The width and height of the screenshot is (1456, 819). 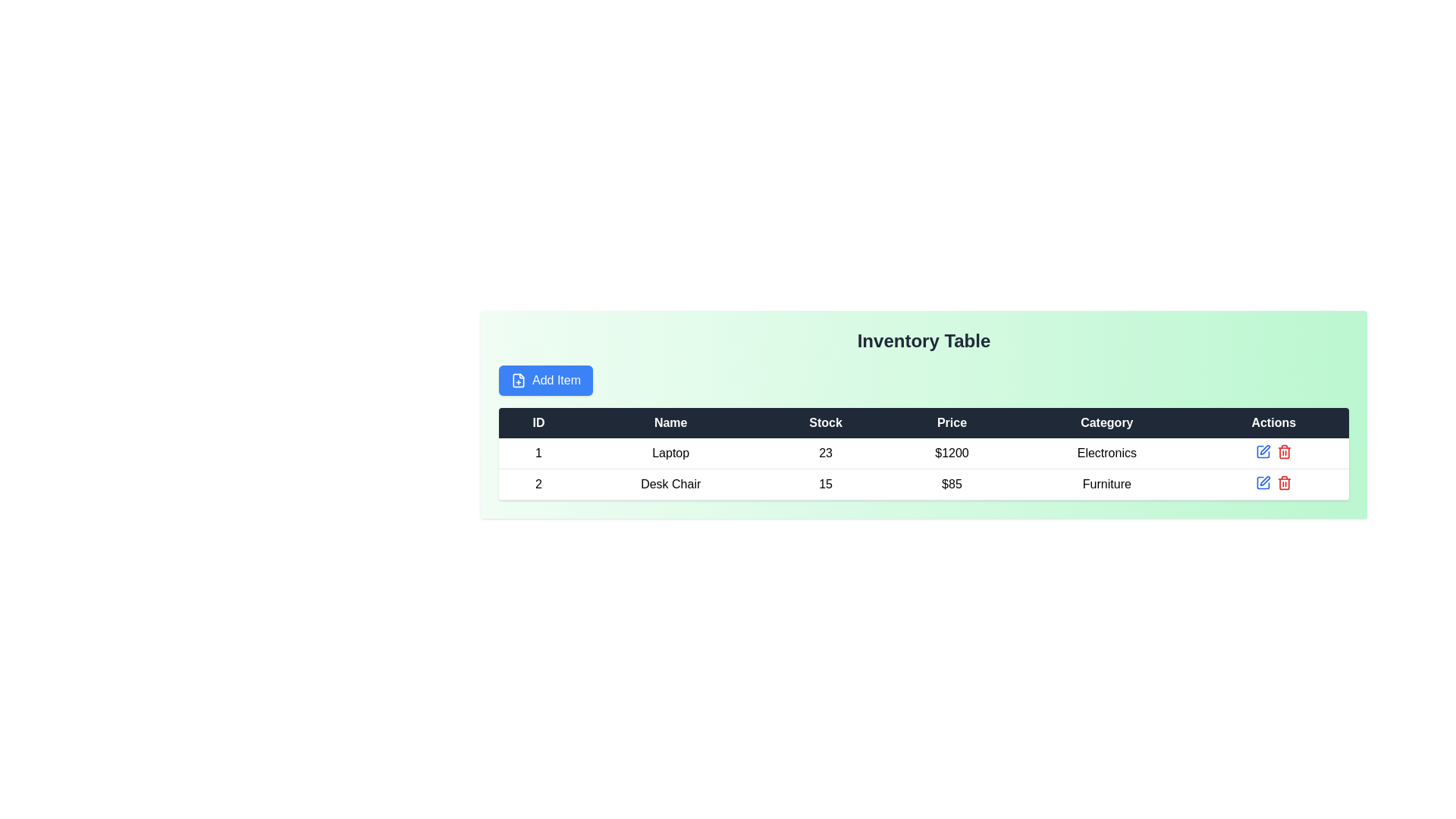 I want to click on the 'Add Item' button located at the top left corner of the 'Inventory Table' section, so click(x=546, y=379).